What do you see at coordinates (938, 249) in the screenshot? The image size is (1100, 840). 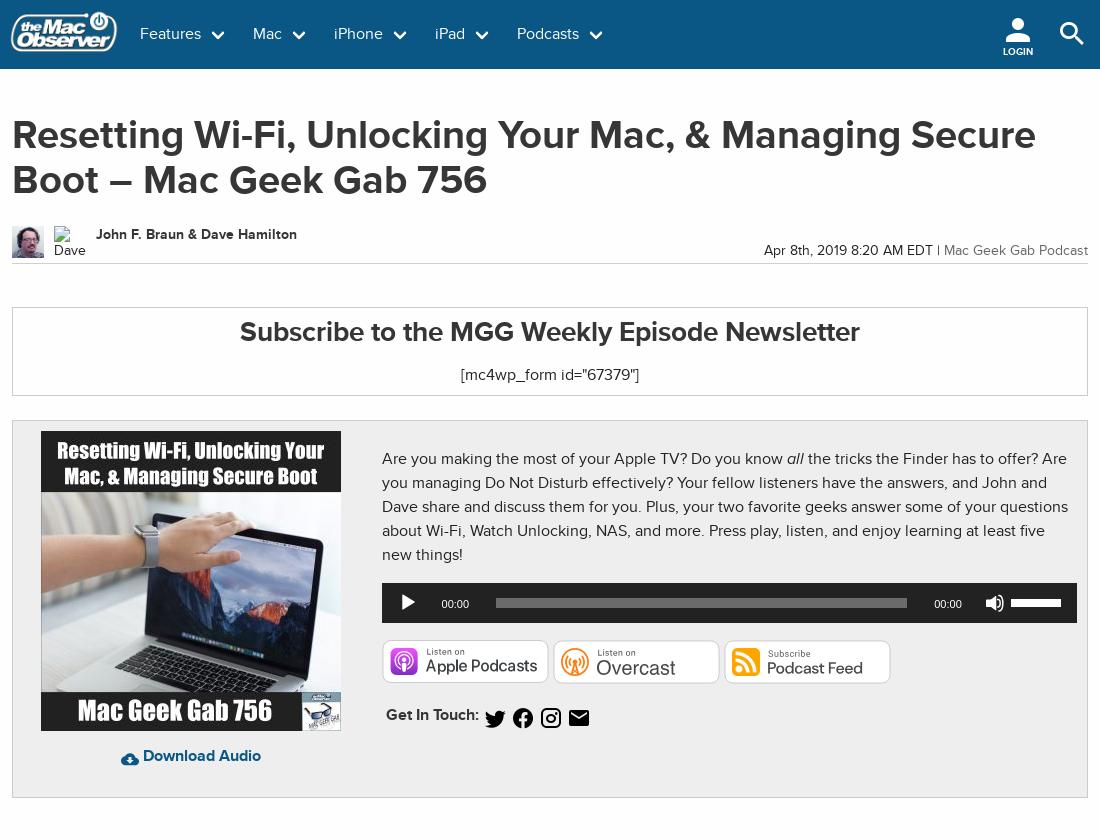 I see `'|'` at bounding box center [938, 249].